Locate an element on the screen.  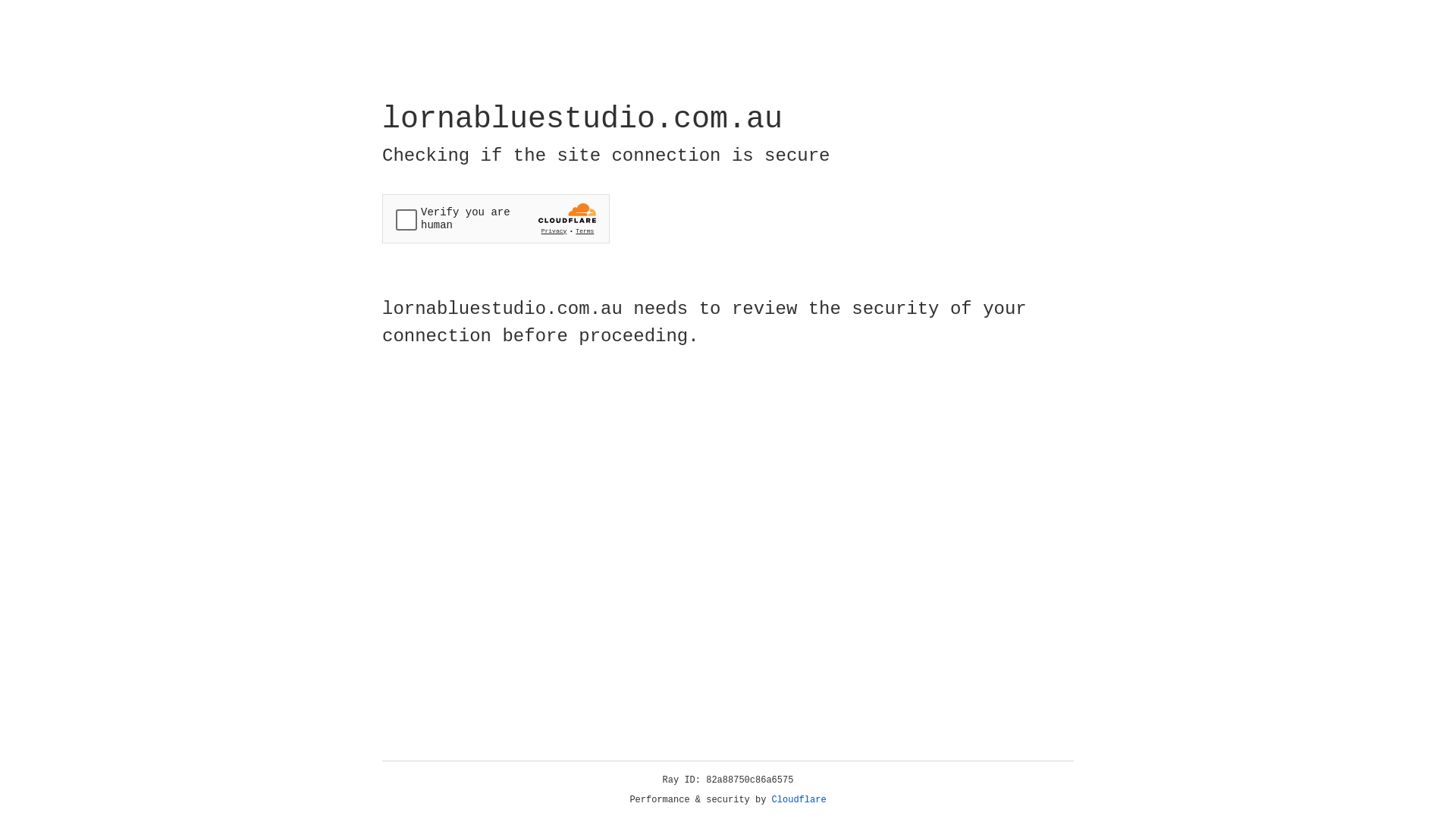
'Cloudflare' is located at coordinates (799, 799).